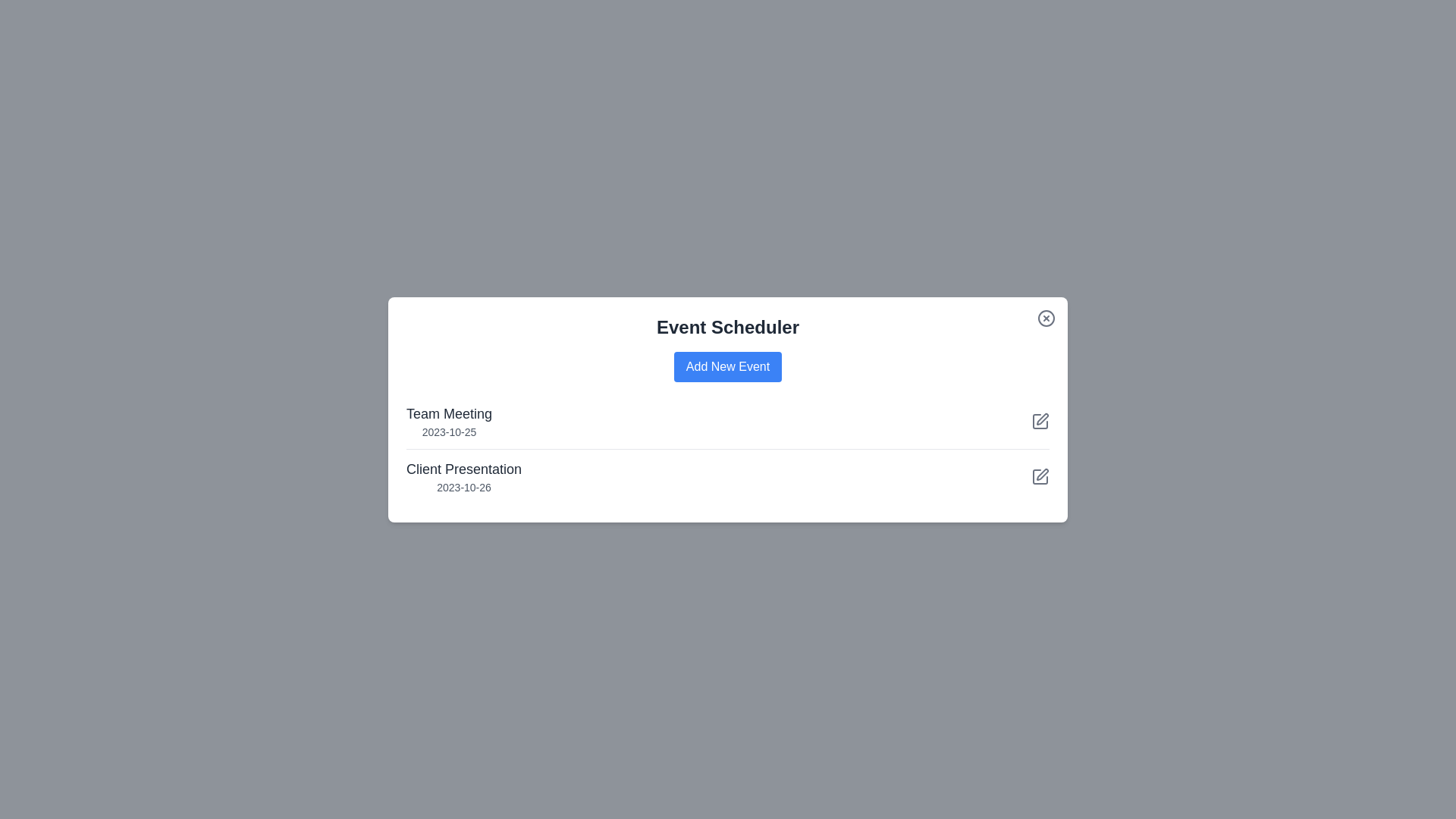 The height and width of the screenshot is (819, 1456). What do you see at coordinates (1040, 475) in the screenshot?
I see `the edit icon (pencil inside a square) located to the right of 'Client Presentation' with the date '2023-10-26'` at bounding box center [1040, 475].